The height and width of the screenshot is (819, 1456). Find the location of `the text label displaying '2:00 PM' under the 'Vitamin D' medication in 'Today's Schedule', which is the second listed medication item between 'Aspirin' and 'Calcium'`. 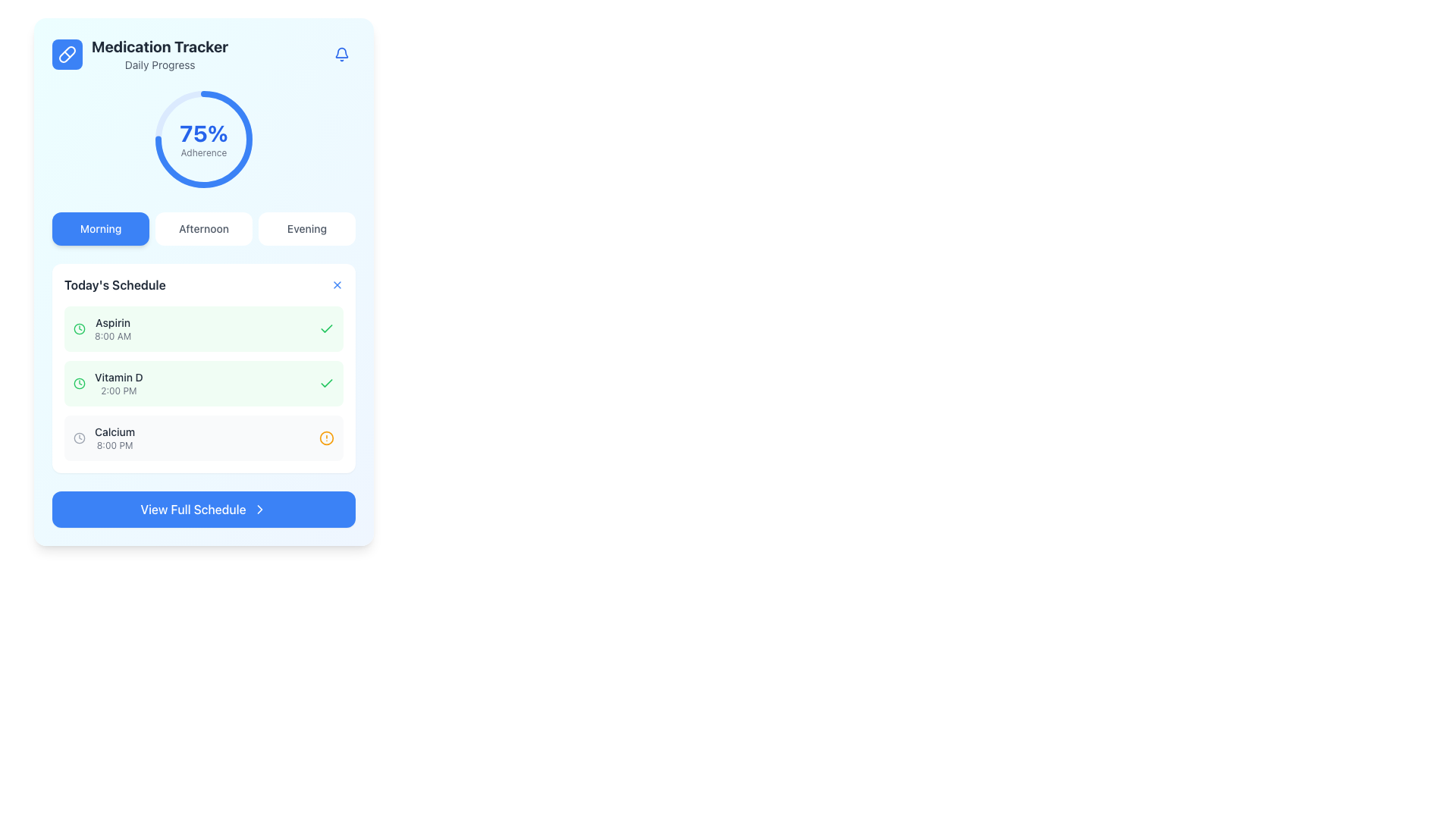

the text label displaying '2:00 PM' under the 'Vitamin D' medication in 'Today's Schedule', which is the second listed medication item between 'Aspirin' and 'Calcium' is located at coordinates (118, 382).